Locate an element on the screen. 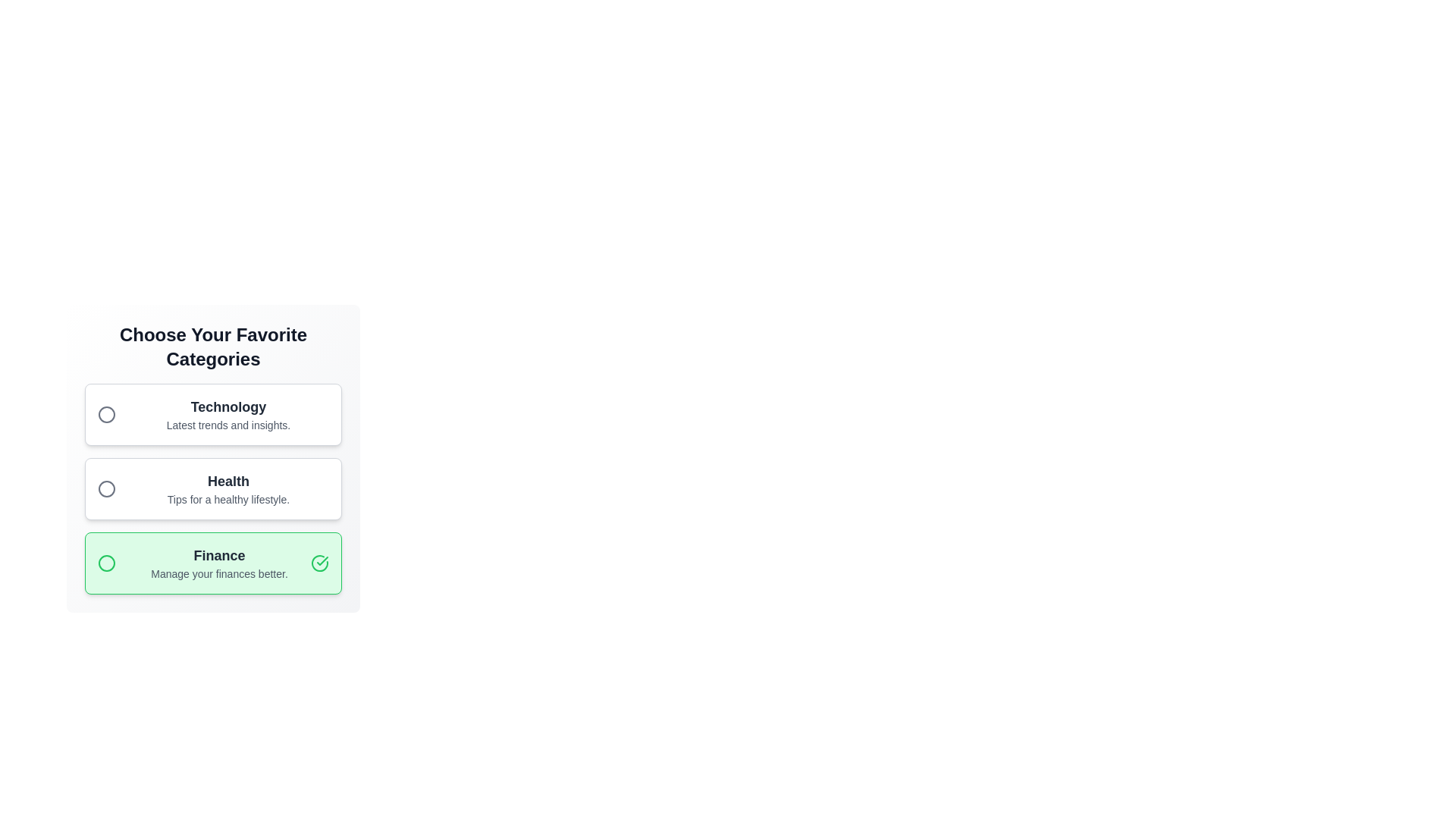  the category Health to observe its hover effect is located at coordinates (212, 488).